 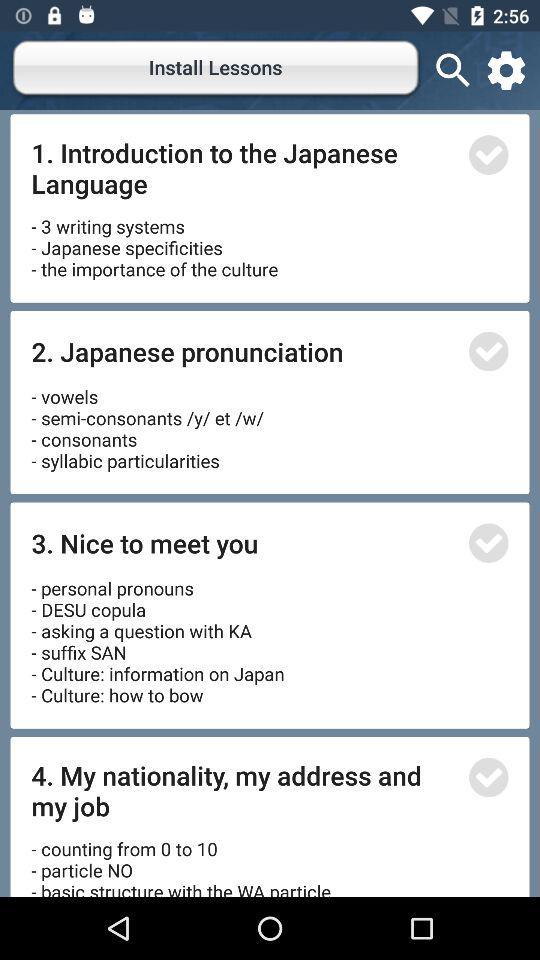 I want to click on the install lessons, so click(x=216, y=70).